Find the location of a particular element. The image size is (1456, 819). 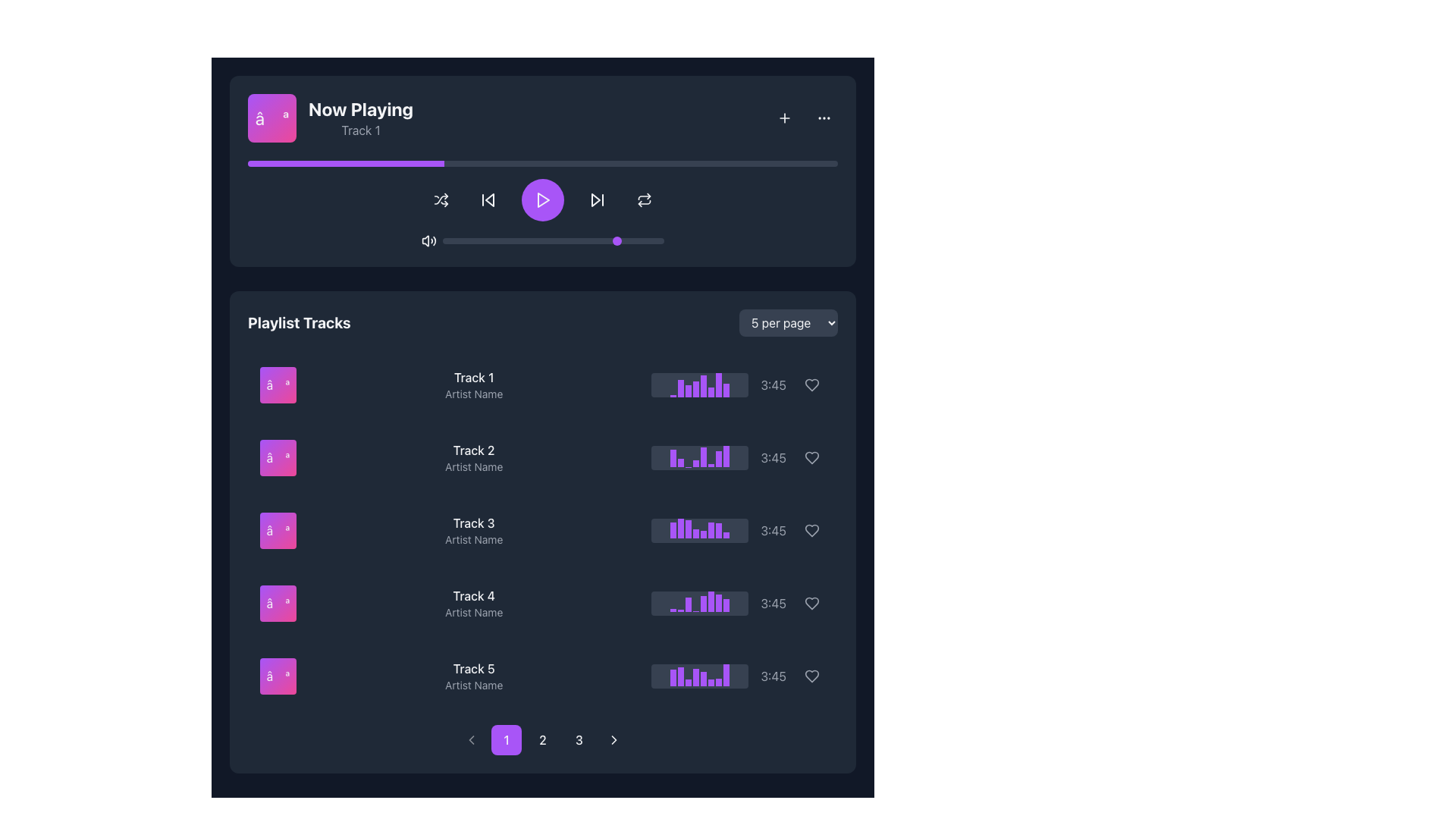

the fourth purple graphical bar element in the data visualization chart is located at coordinates (695, 388).